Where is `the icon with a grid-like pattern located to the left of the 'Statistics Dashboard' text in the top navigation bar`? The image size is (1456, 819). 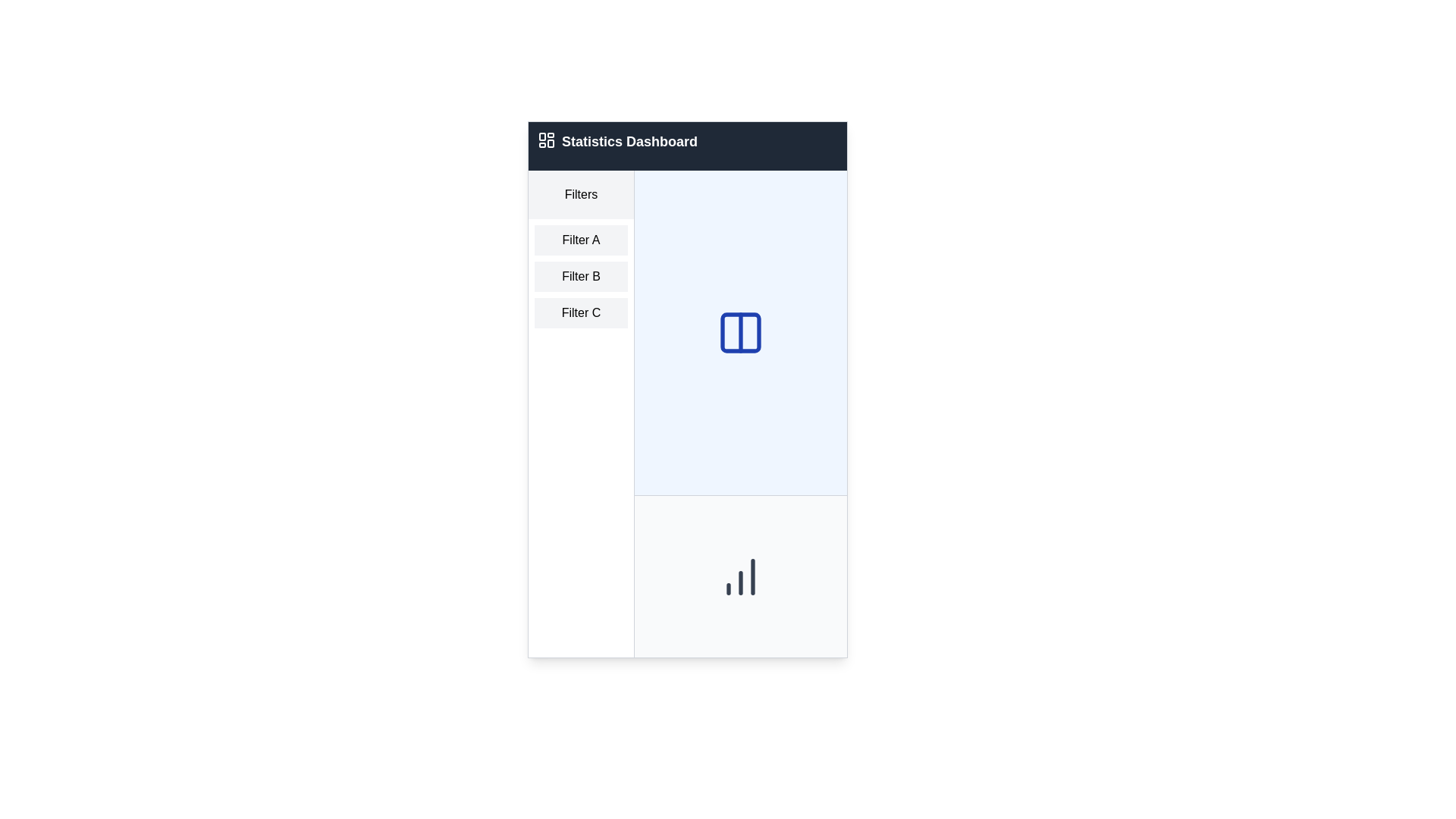 the icon with a grid-like pattern located to the left of the 'Statistics Dashboard' text in the top navigation bar is located at coordinates (546, 140).